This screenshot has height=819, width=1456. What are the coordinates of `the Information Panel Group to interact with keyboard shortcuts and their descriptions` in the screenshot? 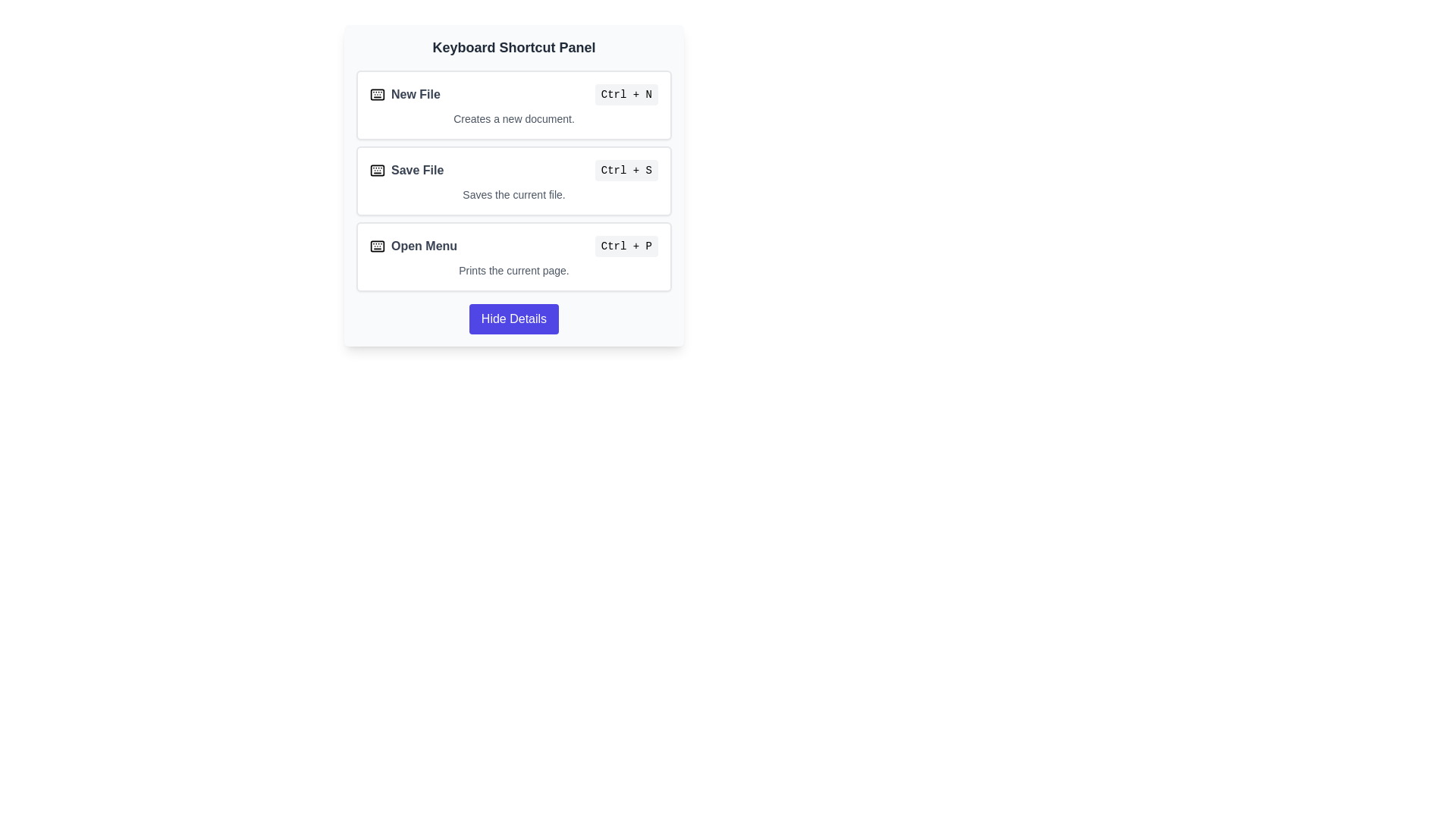 It's located at (513, 180).